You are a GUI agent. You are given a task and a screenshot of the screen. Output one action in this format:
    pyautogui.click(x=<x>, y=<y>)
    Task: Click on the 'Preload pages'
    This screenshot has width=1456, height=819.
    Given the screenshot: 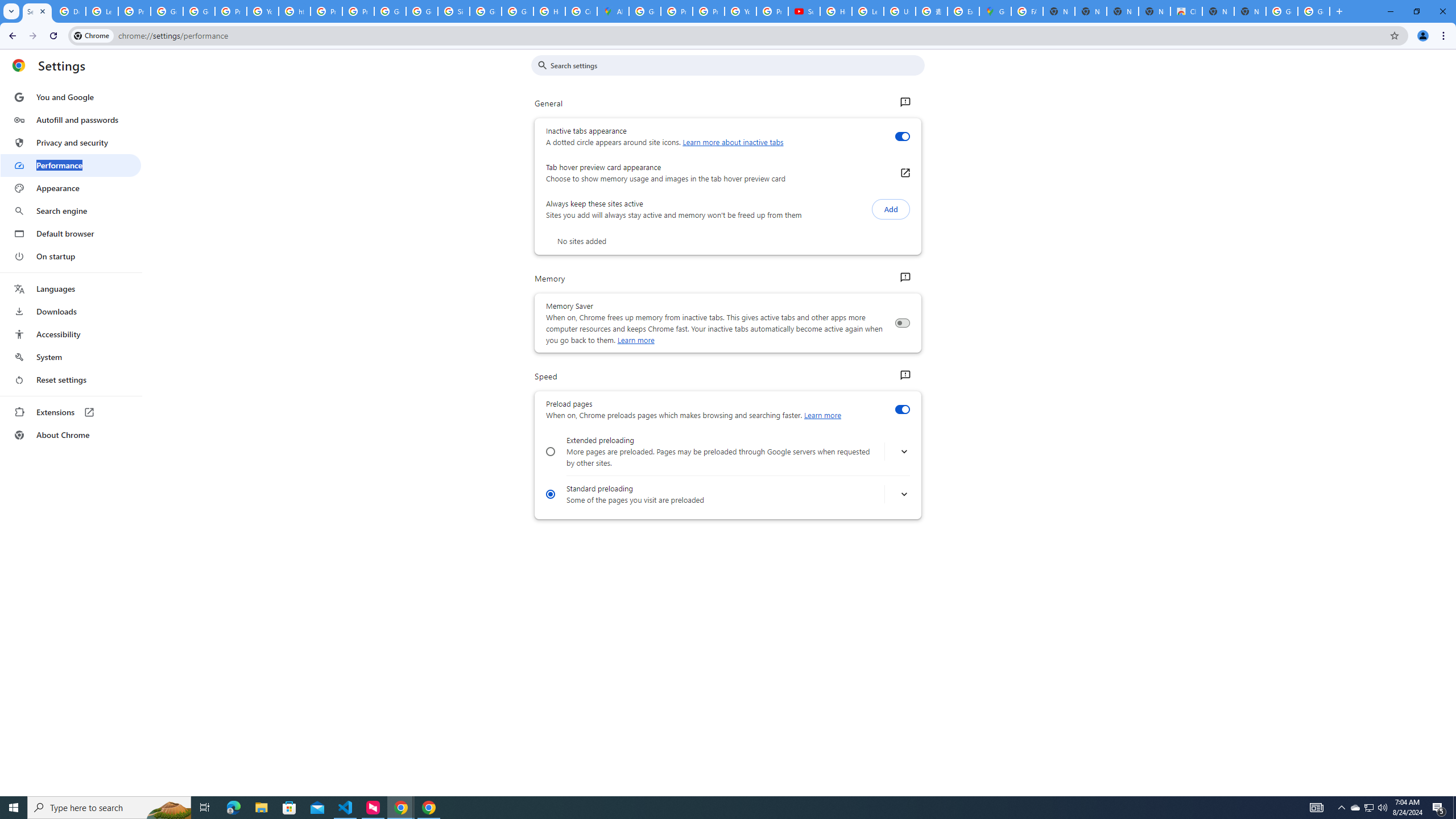 What is the action you would take?
    pyautogui.click(x=901, y=409)
    